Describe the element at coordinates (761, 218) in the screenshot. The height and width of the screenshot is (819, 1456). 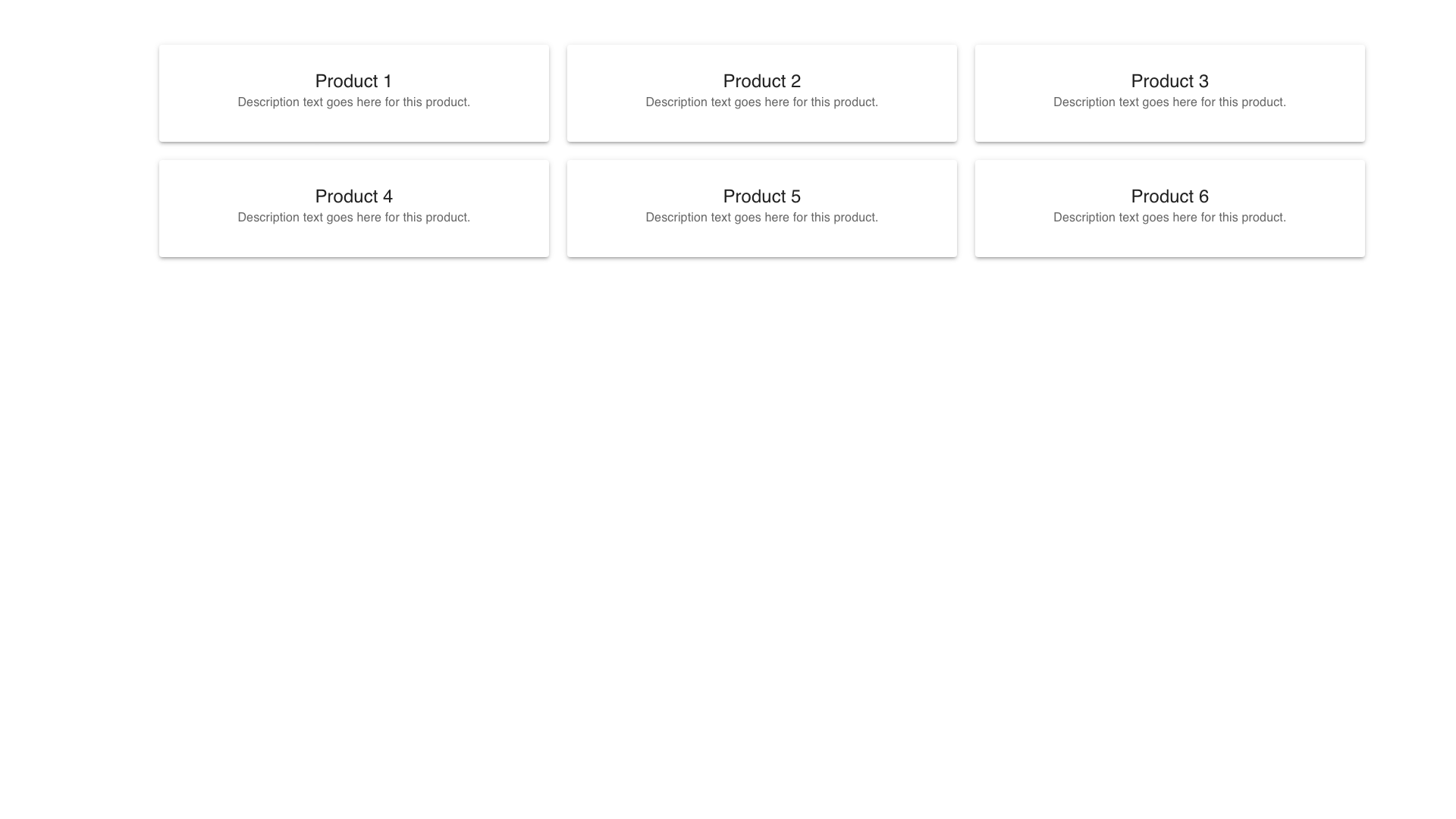
I see `the static text element providing detailed description for 'Product 5', located directly below the heading of the same product in the middle row, second column of the grid layout` at that location.